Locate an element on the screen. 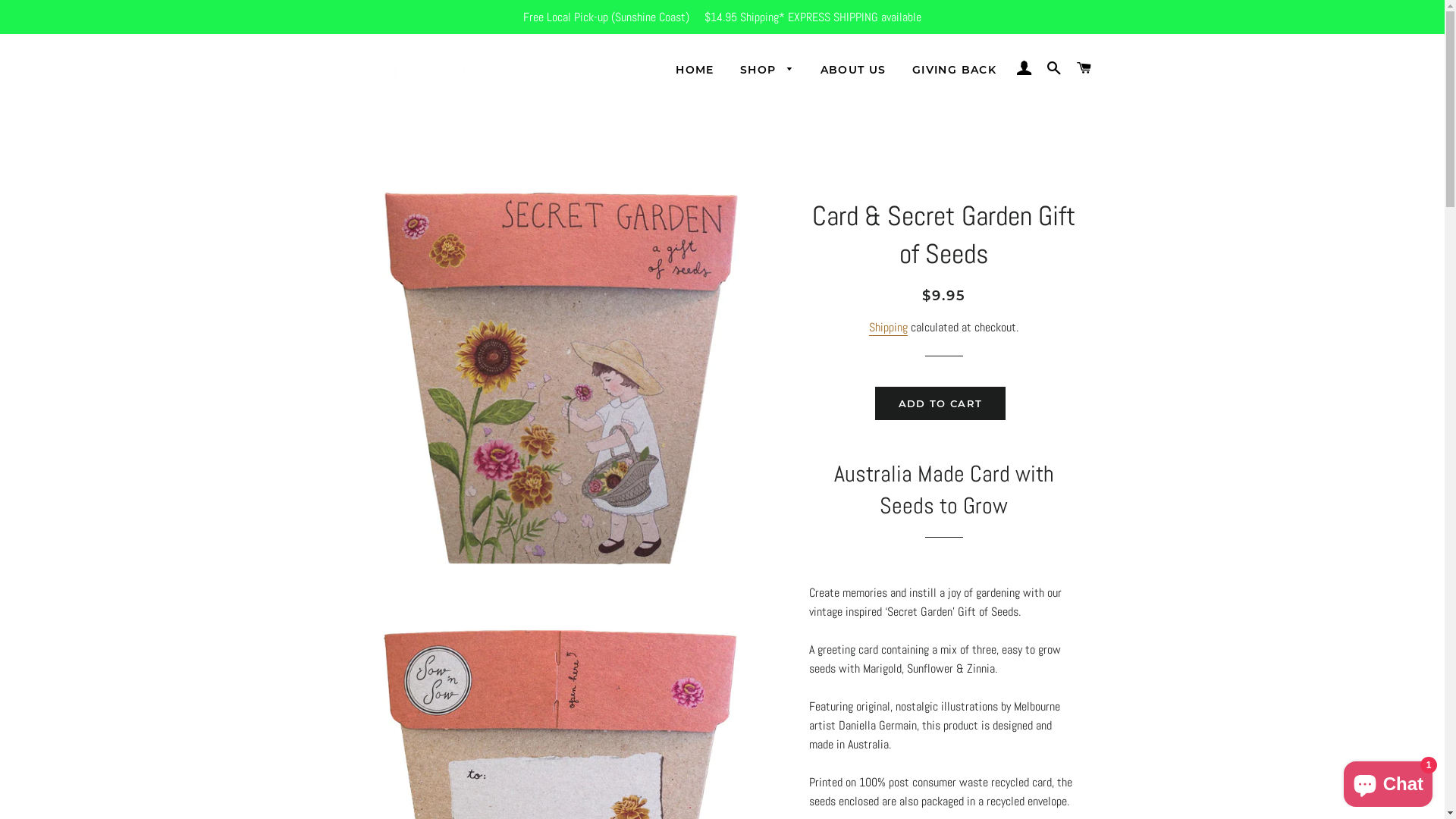 This screenshot has height=819, width=1456. 'GIVING BACK' is located at coordinates (953, 70).